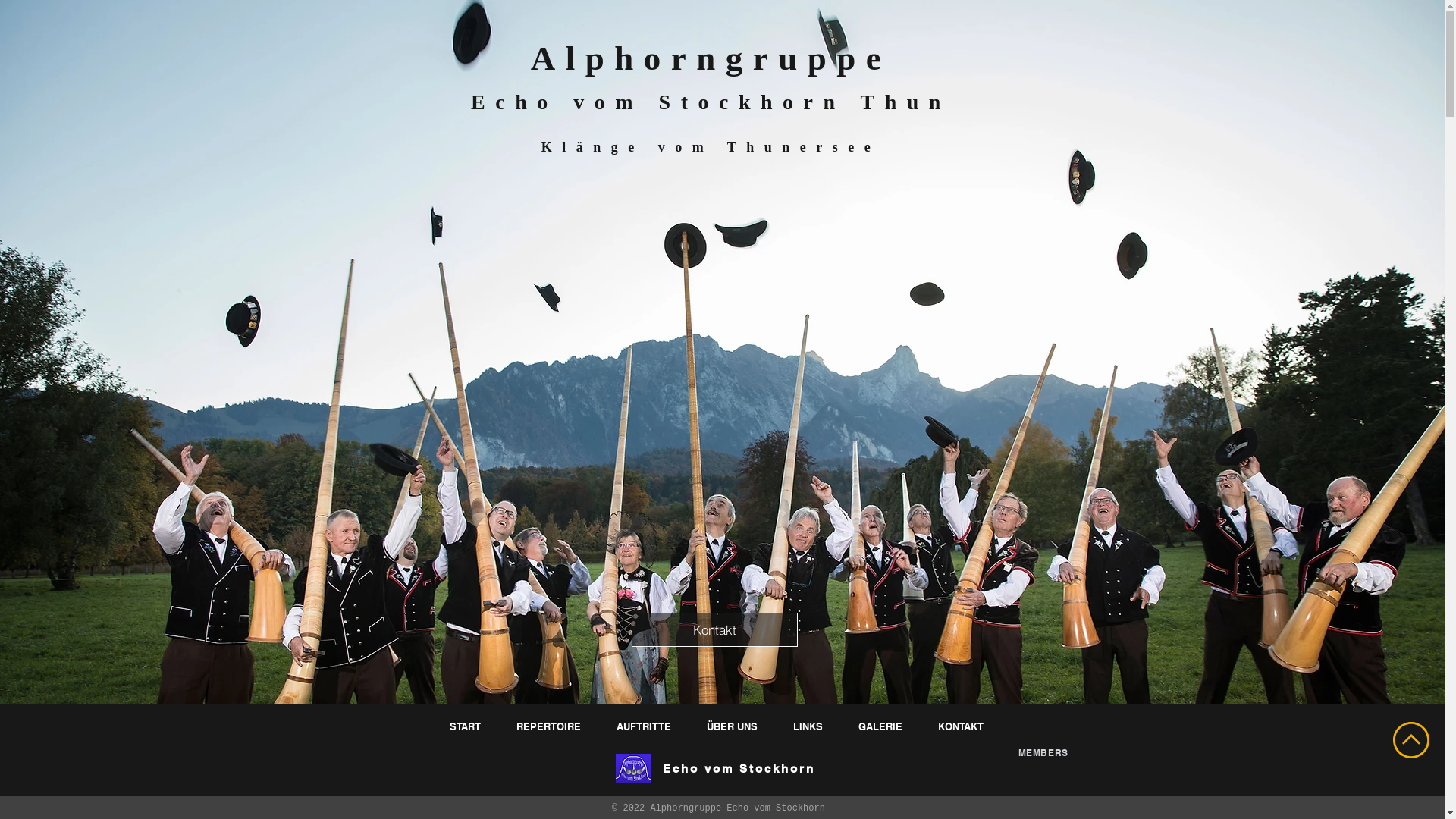  What do you see at coordinates (466, 726) in the screenshot?
I see `'START'` at bounding box center [466, 726].